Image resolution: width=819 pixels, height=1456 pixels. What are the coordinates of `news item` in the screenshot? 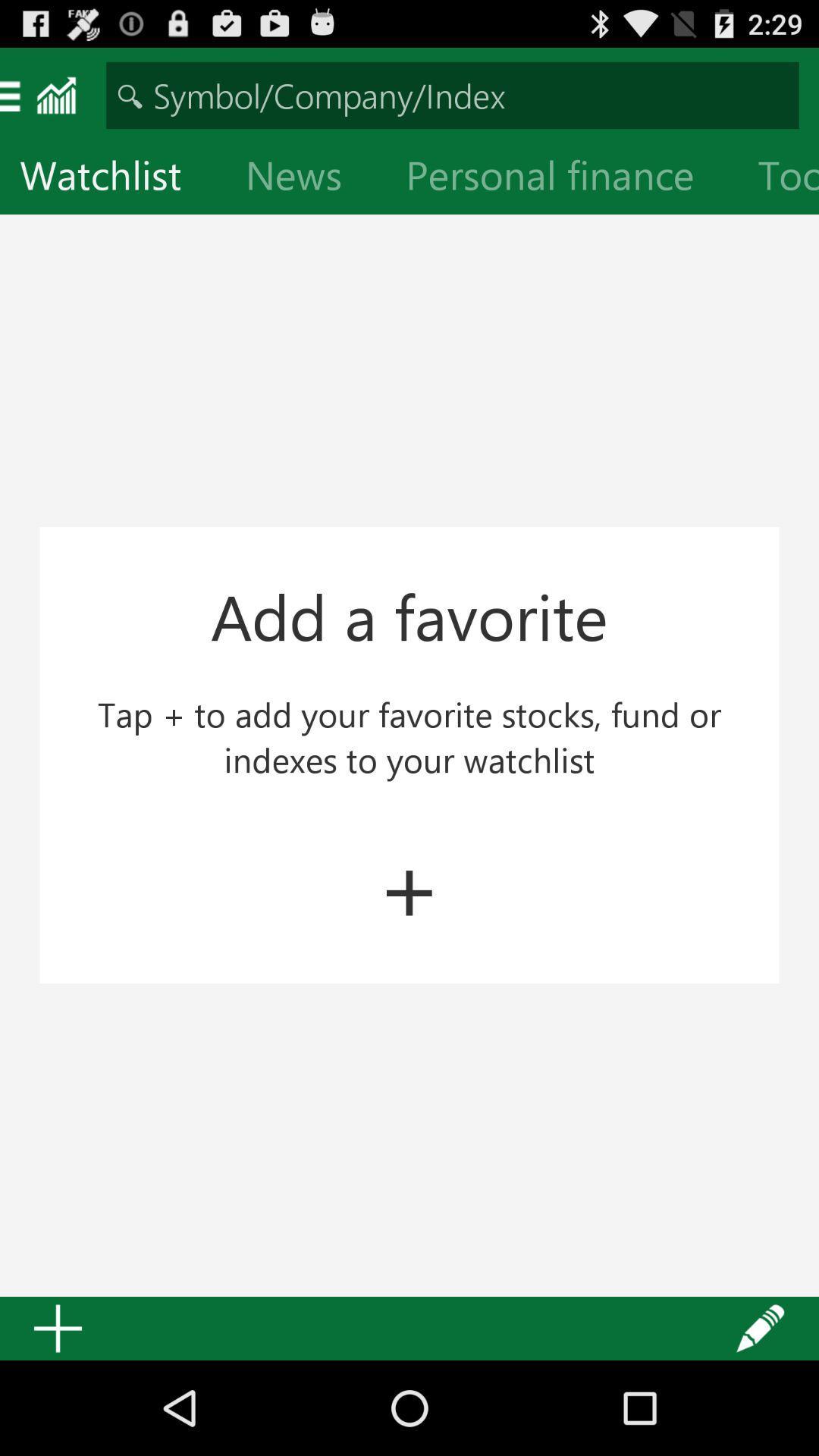 It's located at (306, 178).